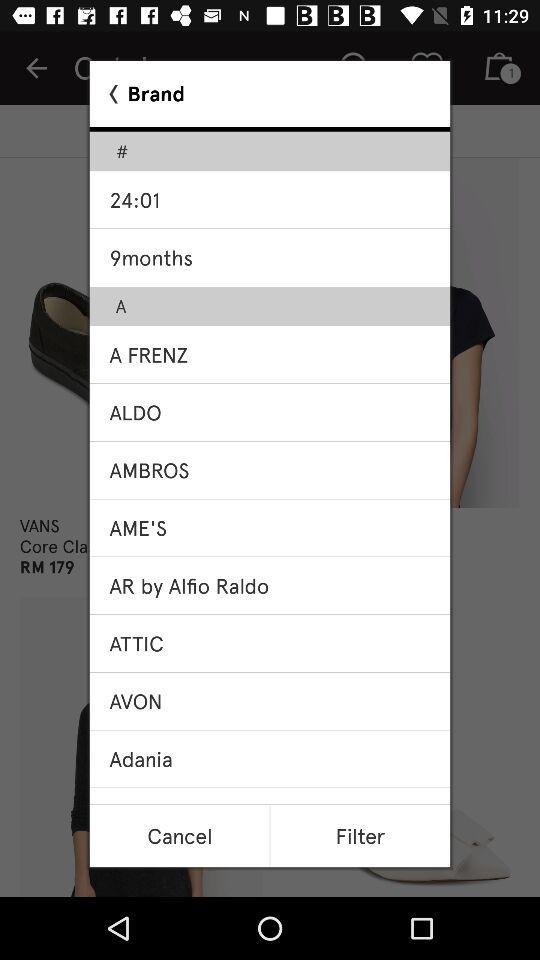  Describe the element at coordinates (179, 836) in the screenshot. I see `the cancel` at that location.